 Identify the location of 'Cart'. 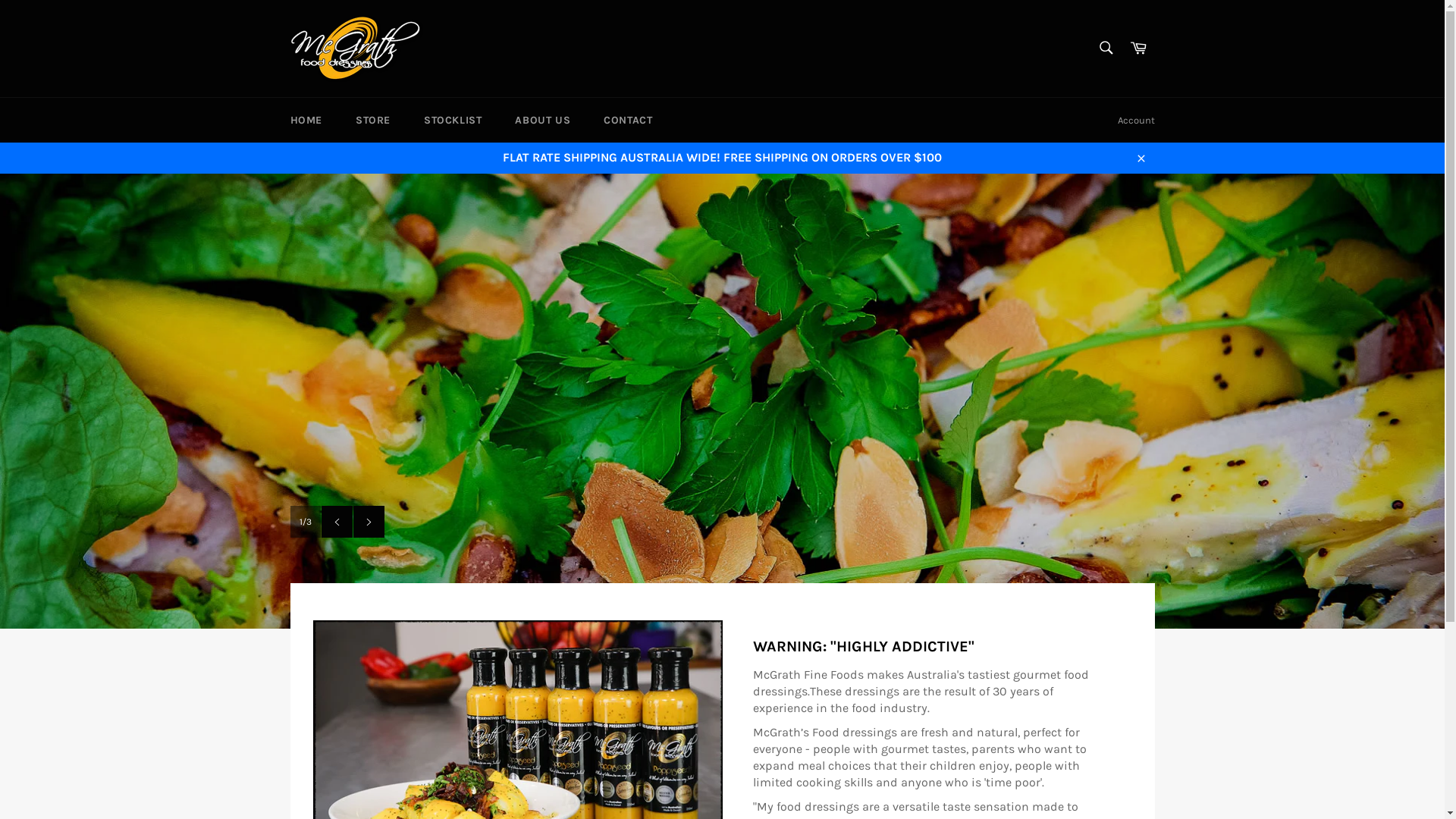
(1122, 48).